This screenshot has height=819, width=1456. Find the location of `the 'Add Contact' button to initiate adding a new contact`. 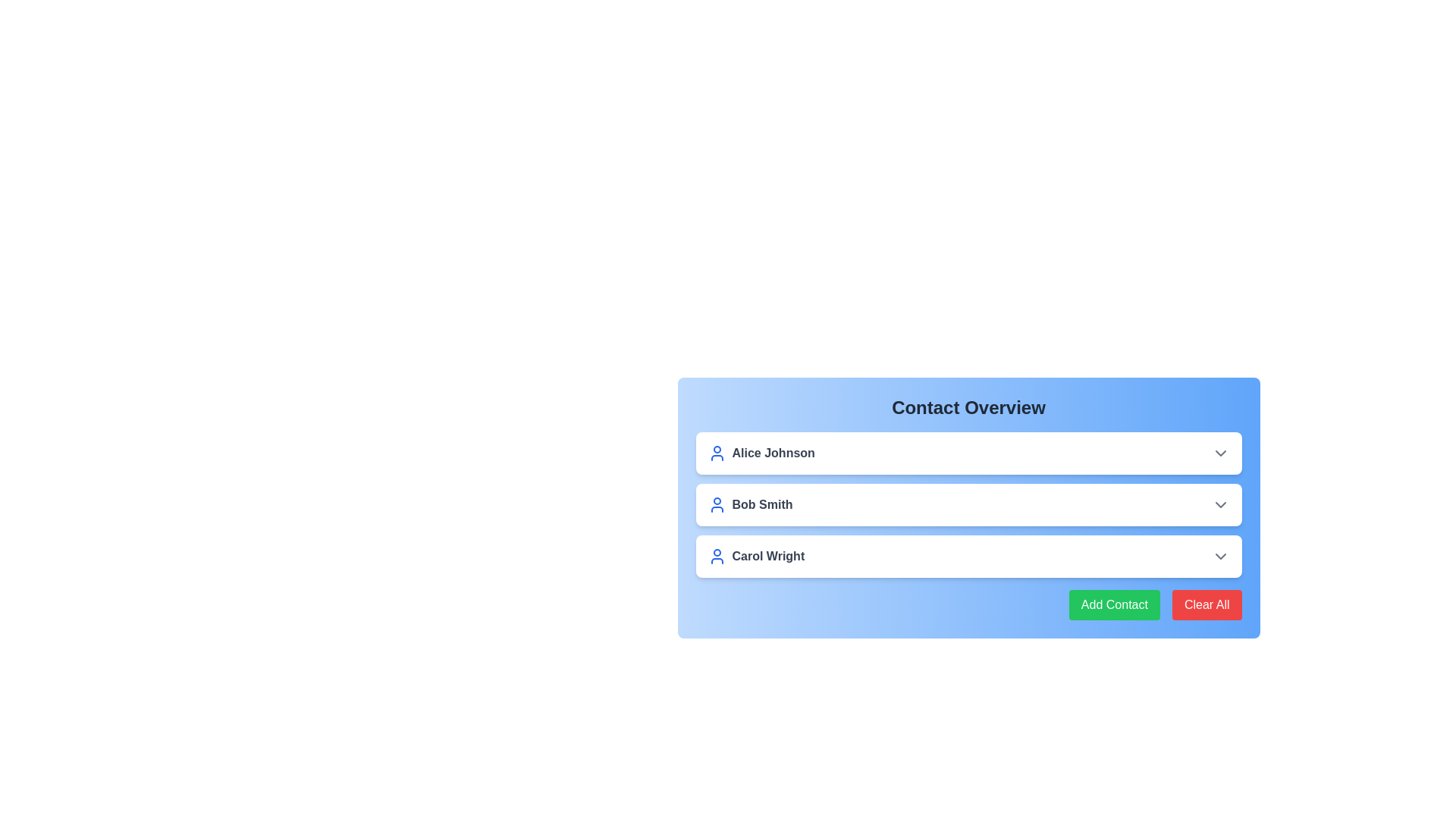

the 'Add Contact' button to initiate adding a new contact is located at coordinates (1114, 604).